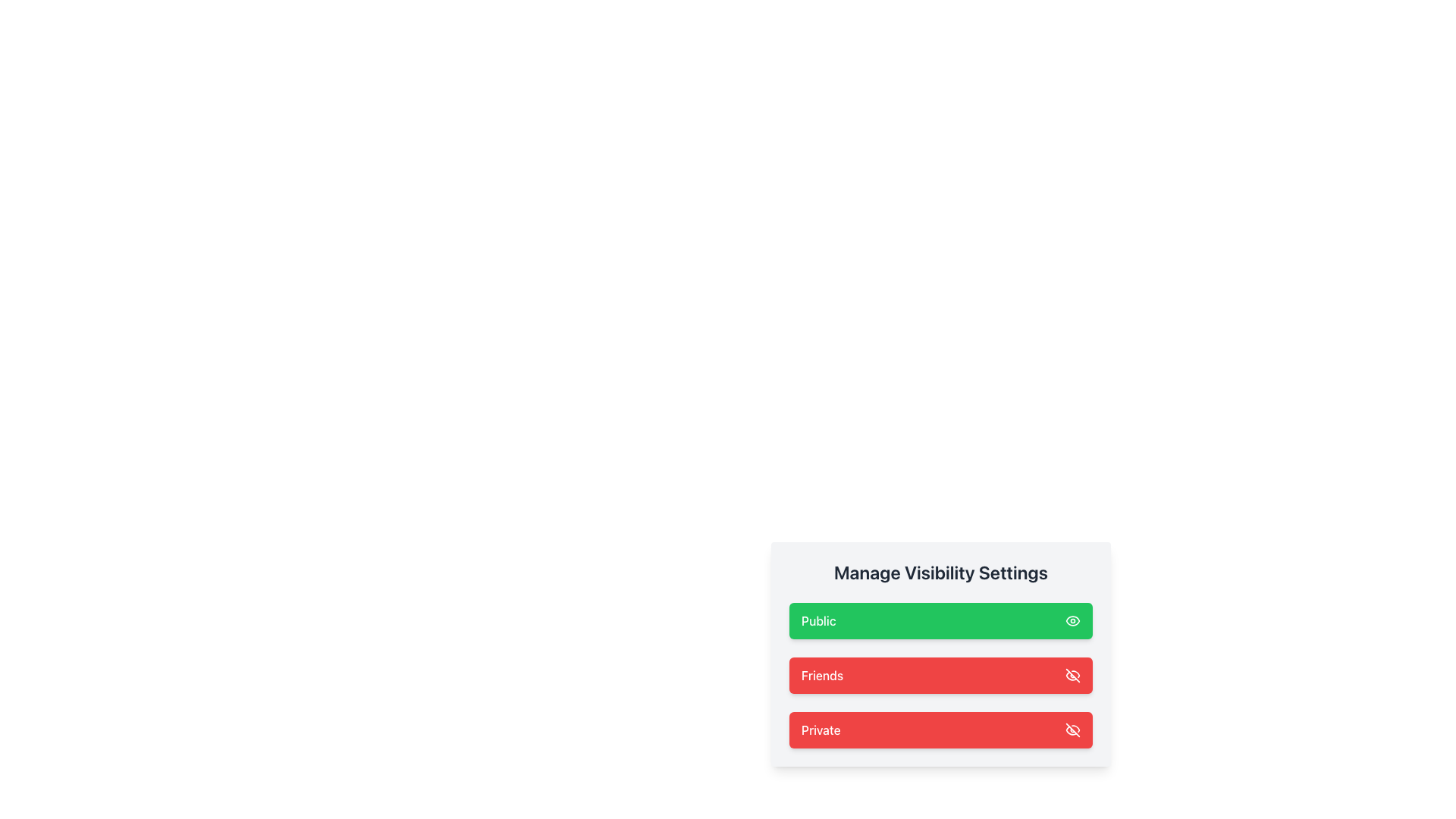 The image size is (1456, 819). I want to click on the eye icon located on the far right side of the green 'Public' button, so click(1072, 620).